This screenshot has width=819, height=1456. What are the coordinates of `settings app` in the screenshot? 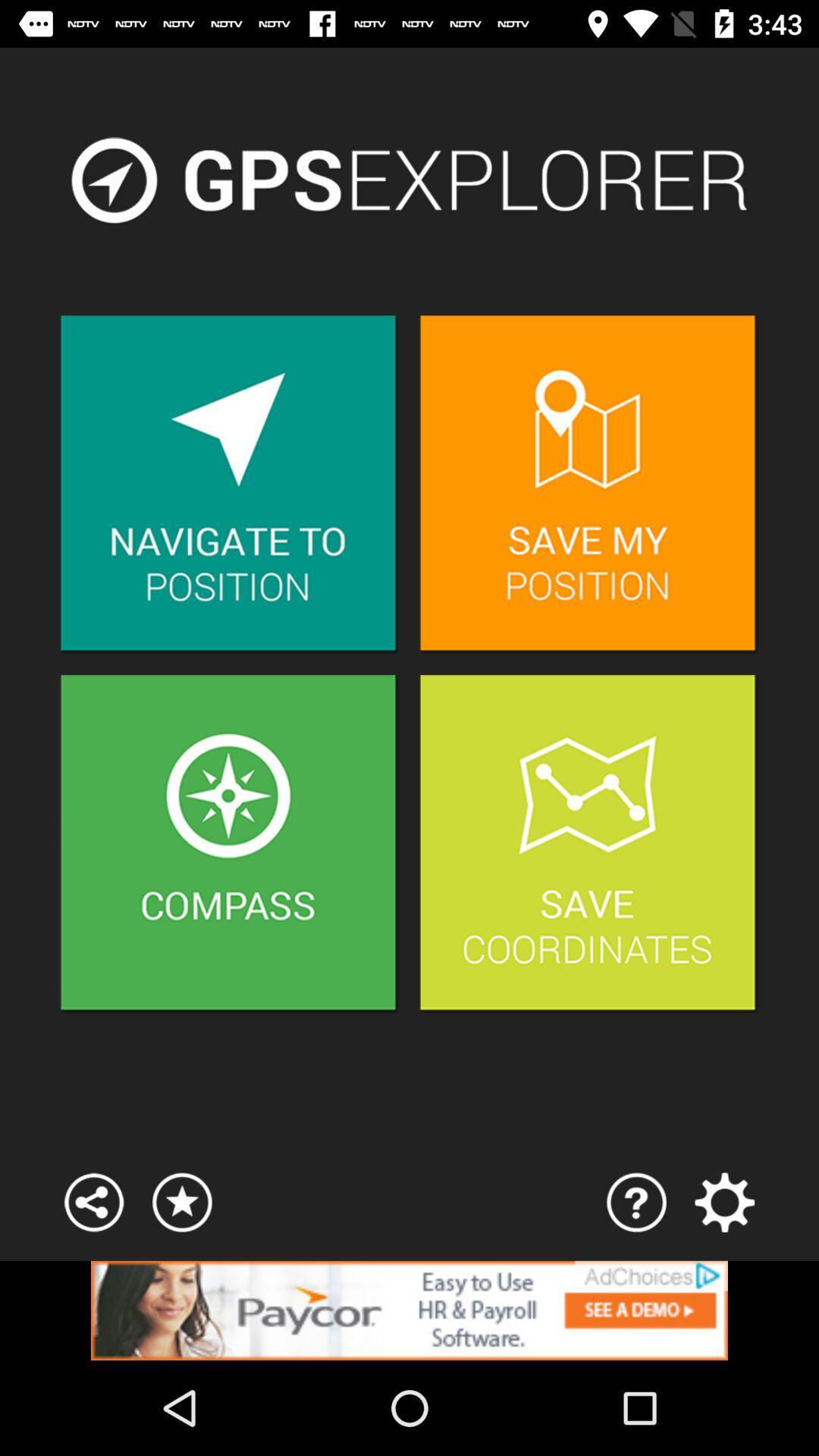 It's located at (723, 1201).